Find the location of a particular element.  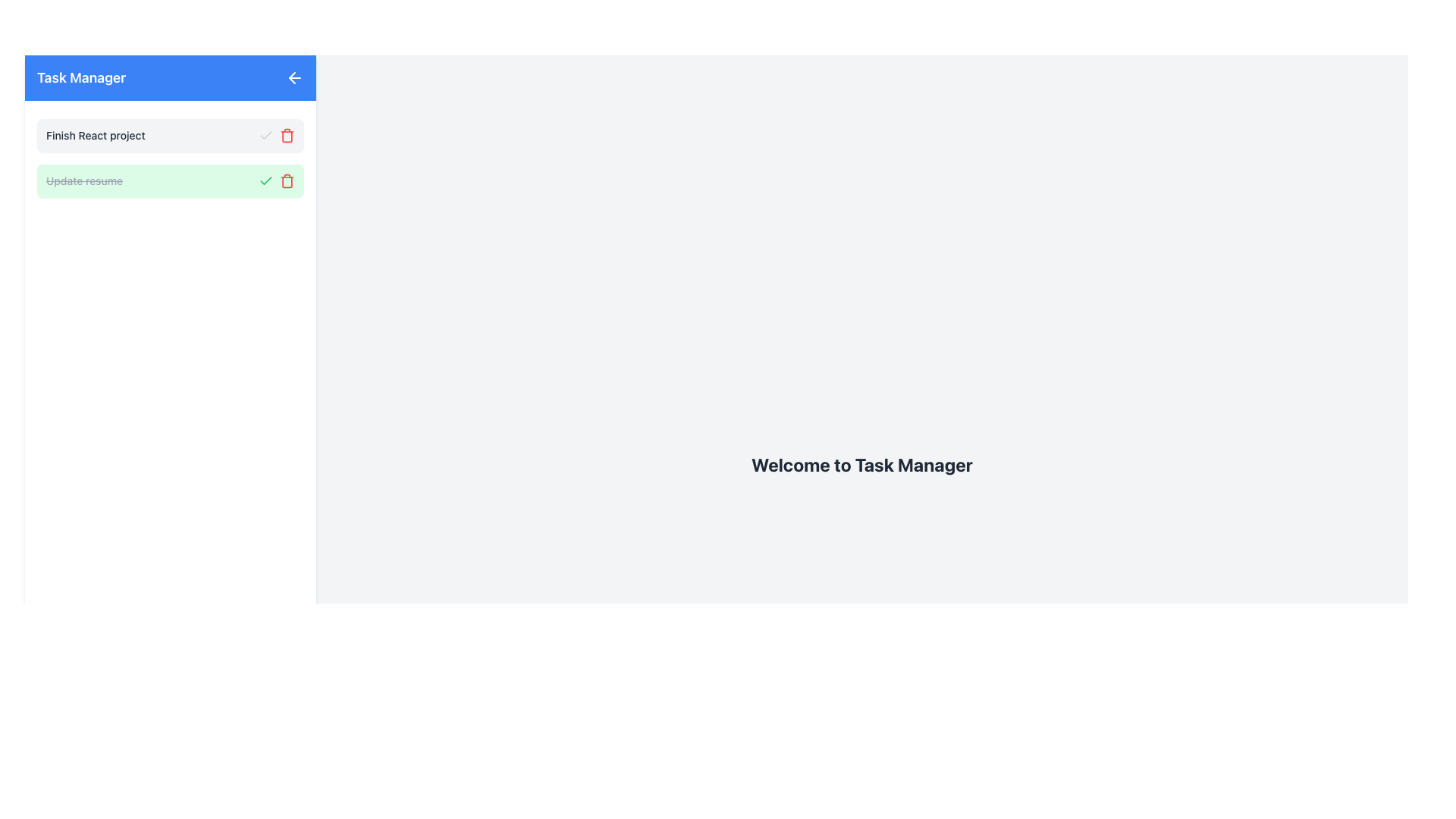

the checkbox for 'Update resume' is located at coordinates (265, 180).